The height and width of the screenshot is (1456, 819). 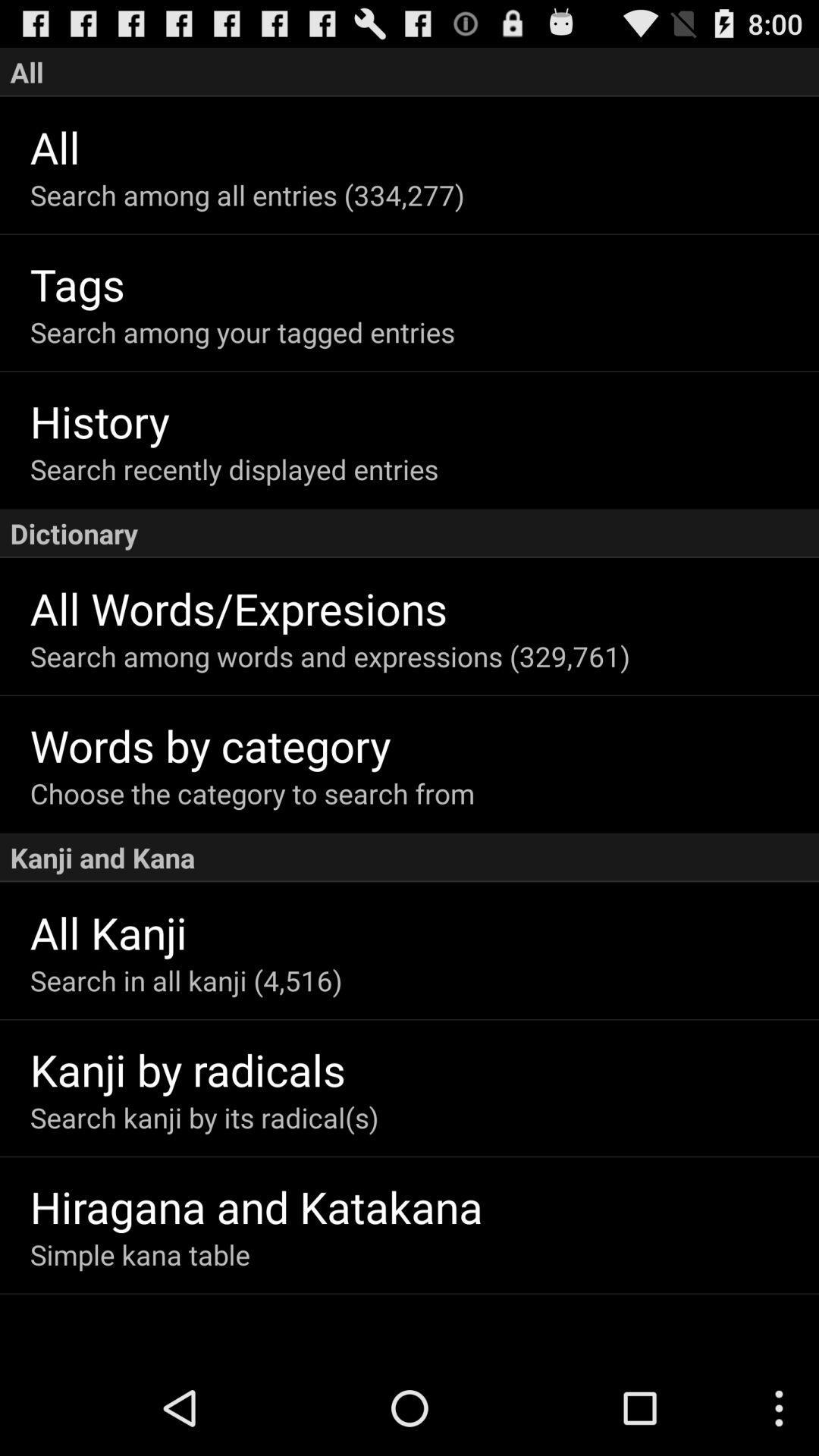 I want to click on icon above kanji and kana item, so click(x=424, y=792).